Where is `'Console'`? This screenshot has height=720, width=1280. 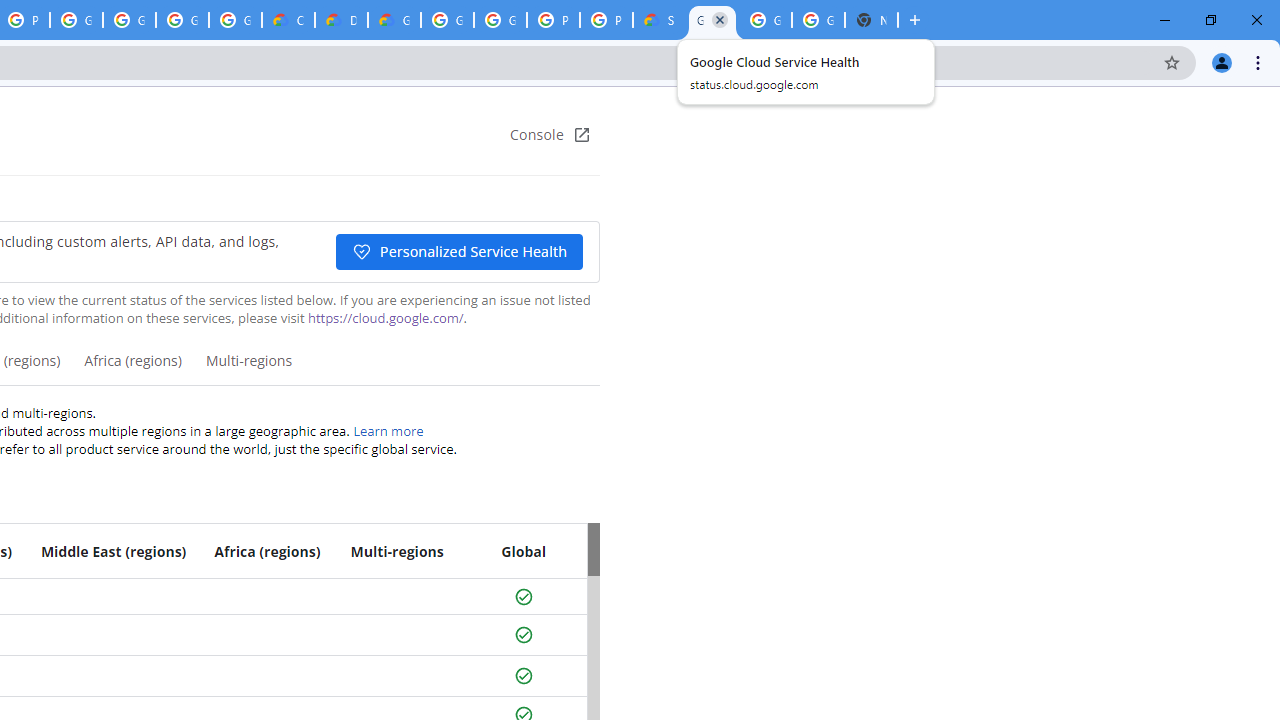 'Console' is located at coordinates (550, 135).